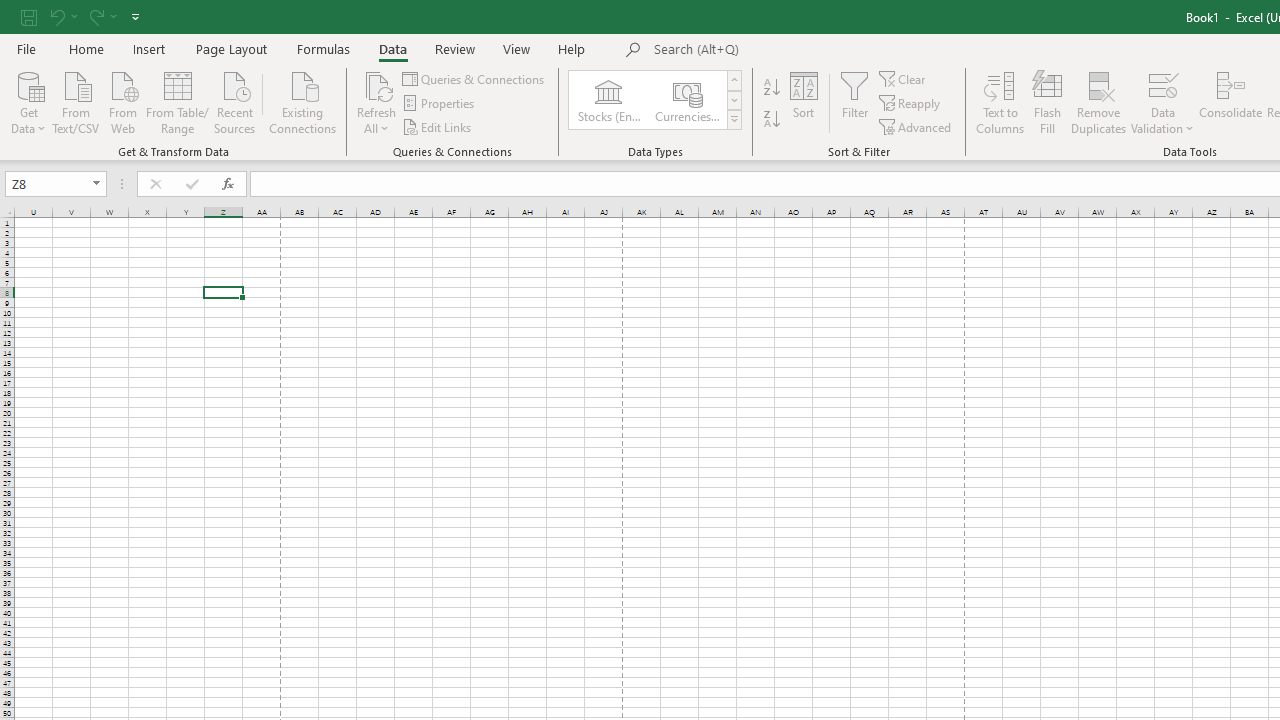  What do you see at coordinates (302, 101) in the screenshot?
I see `'Existing Connections'` at bounding box center [302, 101].